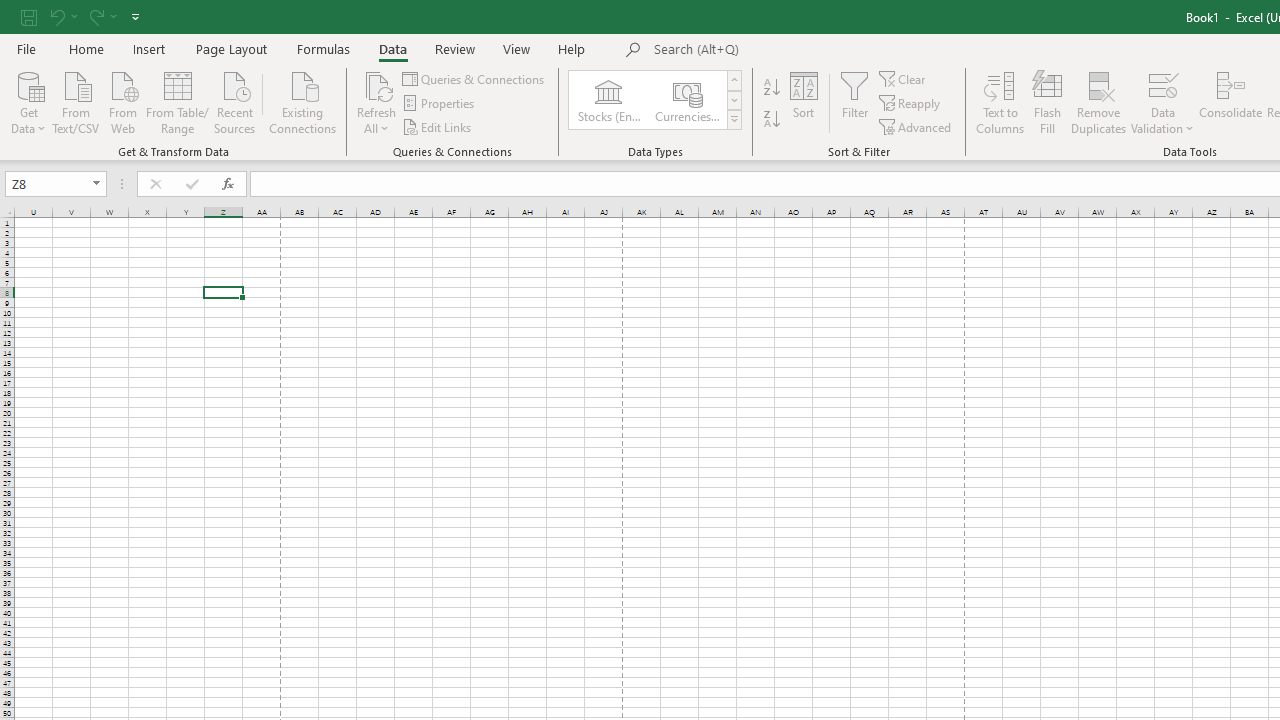  What do you see at coordinates (302, 101) in the screenshot?
I see `'Existing Connections'` at bounding box center [302, 101].